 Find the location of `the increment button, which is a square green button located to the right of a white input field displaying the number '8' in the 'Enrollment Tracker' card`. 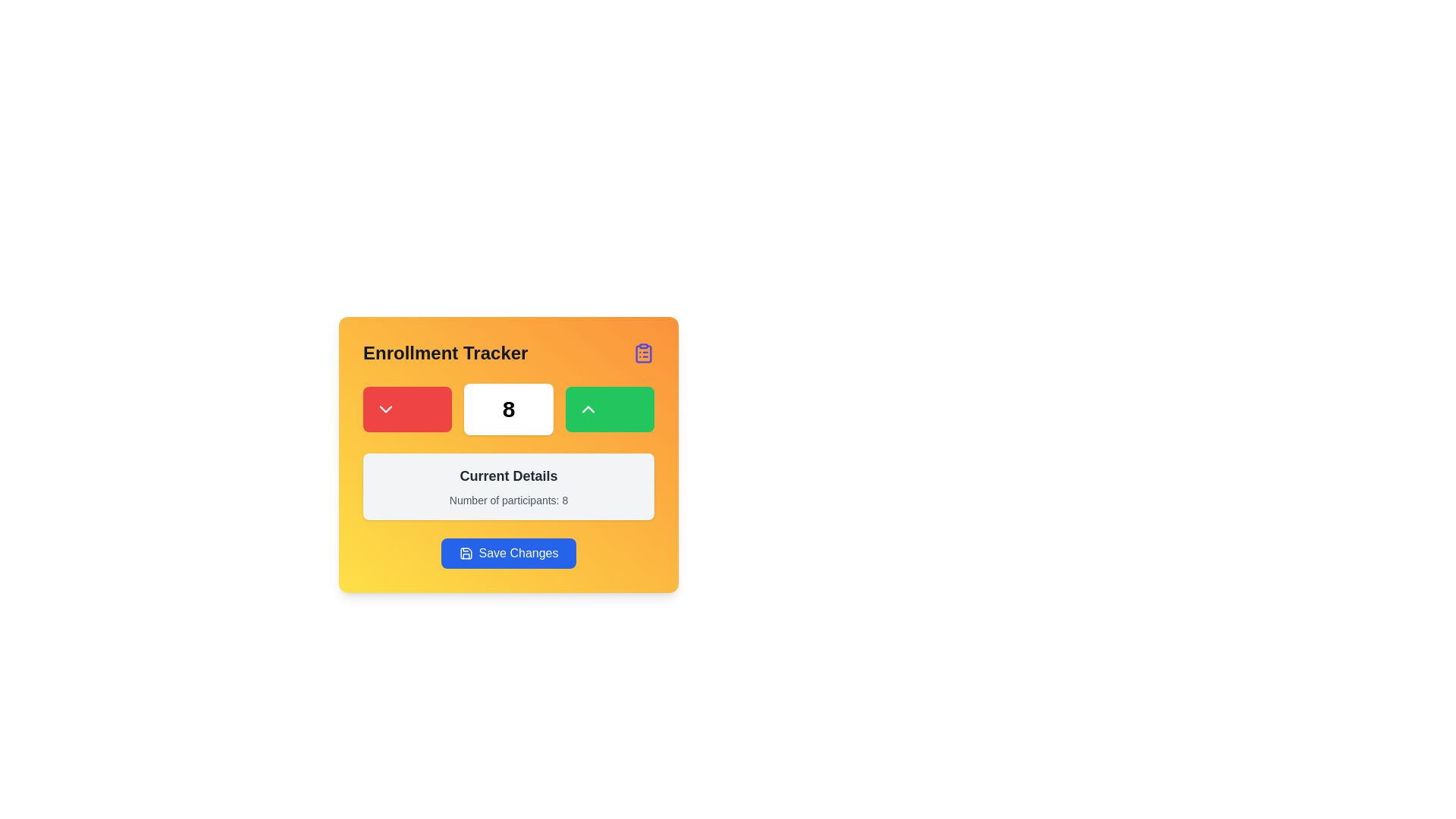

the increment button, which is a square green button located to the right of a white input field displaying the number '8' in the 'Enrollment Tracker' card is located at coordinates (587, 409).